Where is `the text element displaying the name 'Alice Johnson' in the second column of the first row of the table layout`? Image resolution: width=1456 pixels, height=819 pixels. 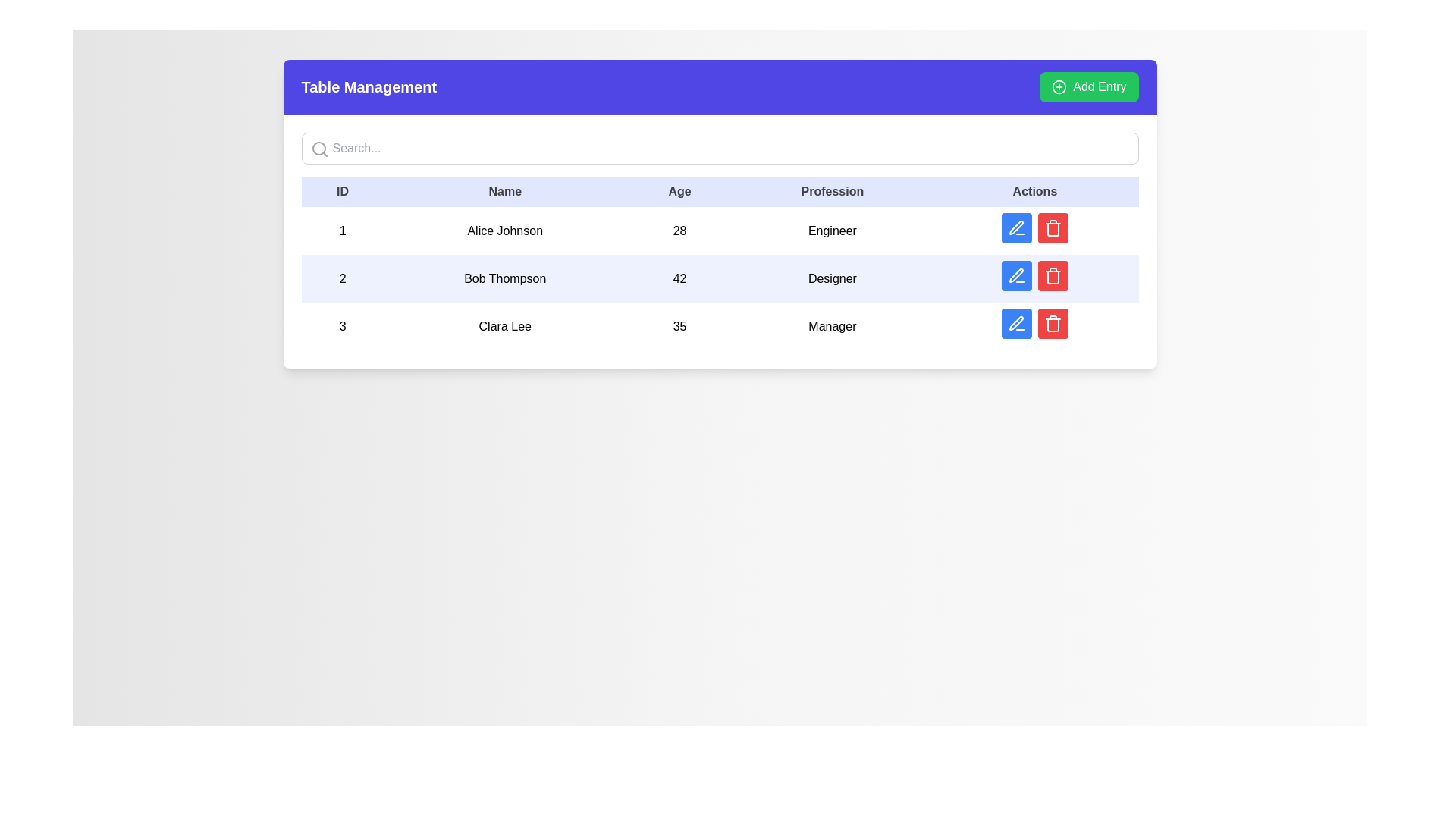
the text element displaying the name 'Alice Johnson' in the second column of the first row of the table layout is located at coordinates (505, 231).